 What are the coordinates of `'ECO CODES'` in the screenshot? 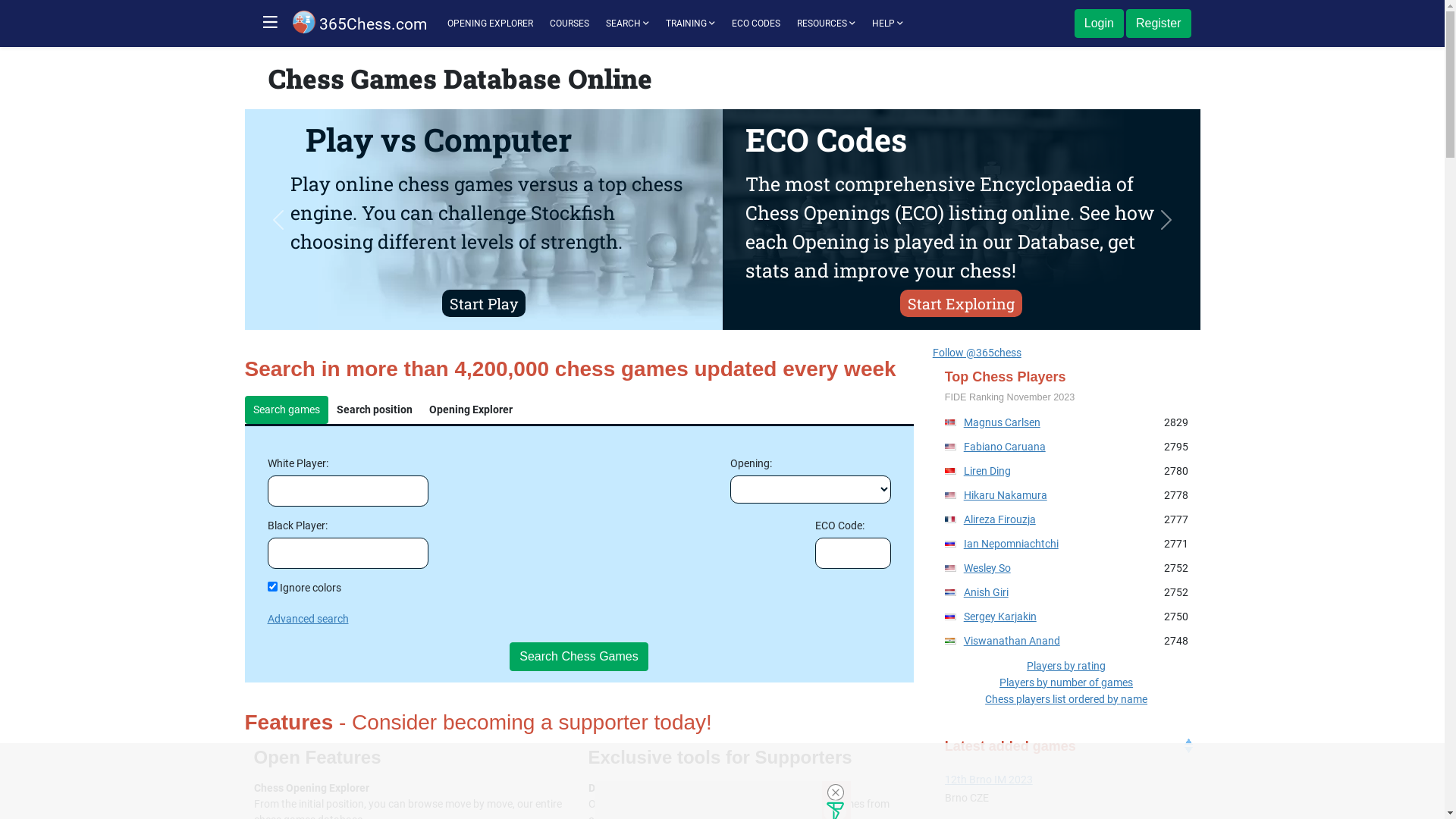 It's located at (723, 23).